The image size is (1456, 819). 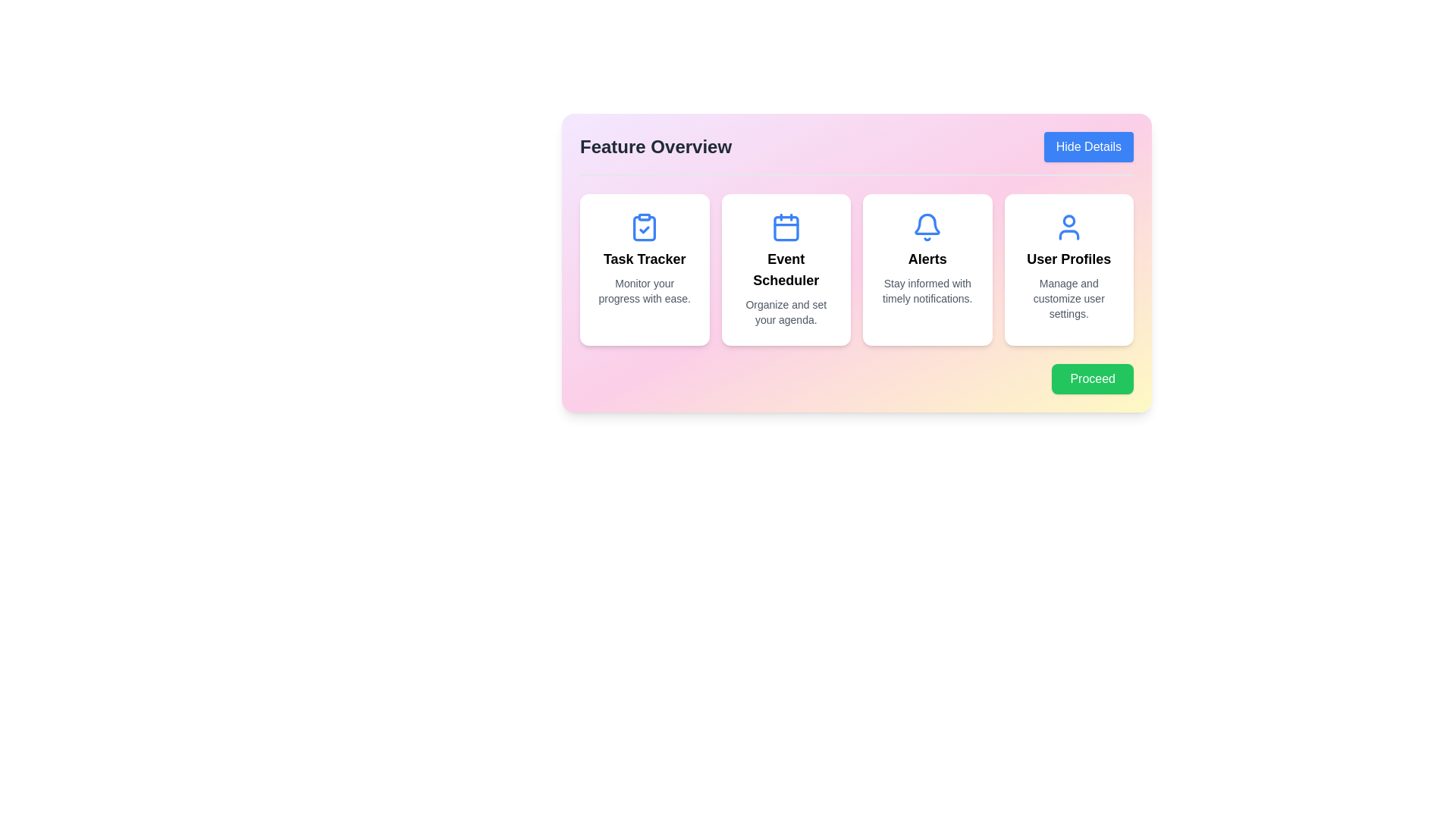 What do you see at coordinates (645, 227) in the screenshot?
I see `the clipboard icon with a blue check mark located at the top center of the 'Task Tracker' card` at bounding box center [645, 227].